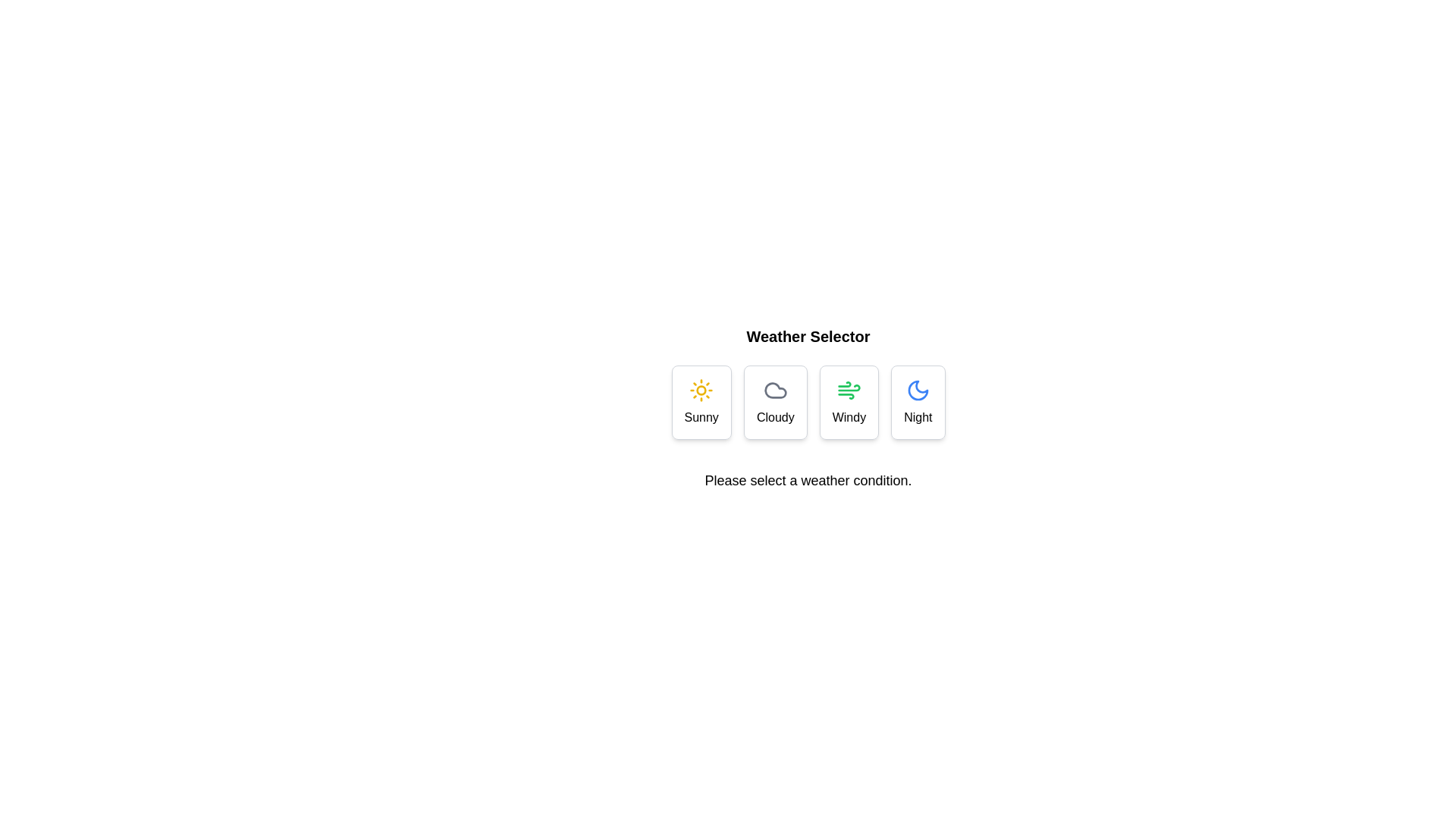 The width and height of the screenshot is (1456, 819). I want to click on the 'Cloudy' weather condition icon located in the second selectable option of the weather selector group below the 'Weather Selector' label, so click(775, 388).